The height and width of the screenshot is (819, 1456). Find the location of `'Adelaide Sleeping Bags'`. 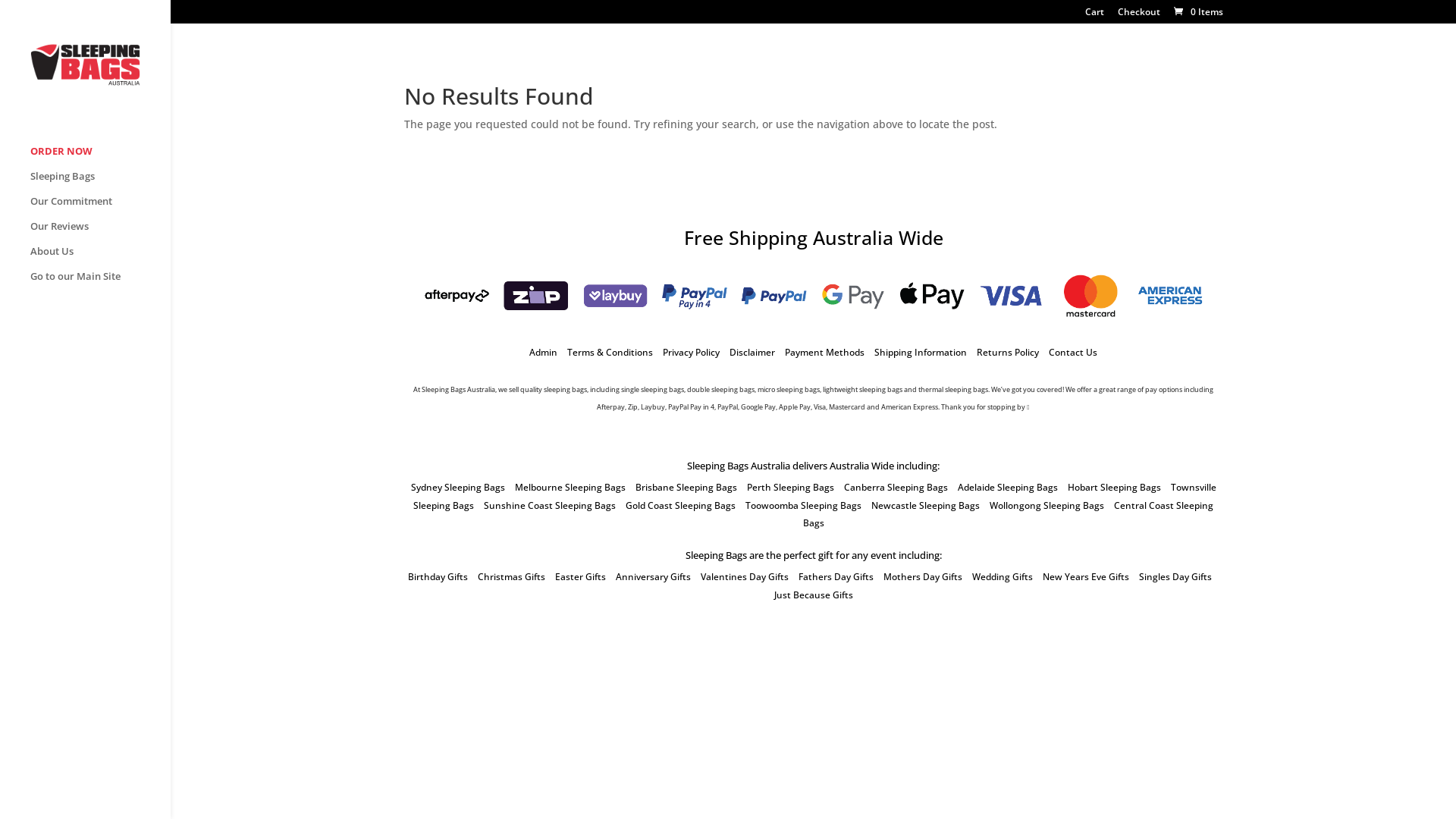

'Adelaide Sleeping Bags' is located at coordinates (1007, 487).